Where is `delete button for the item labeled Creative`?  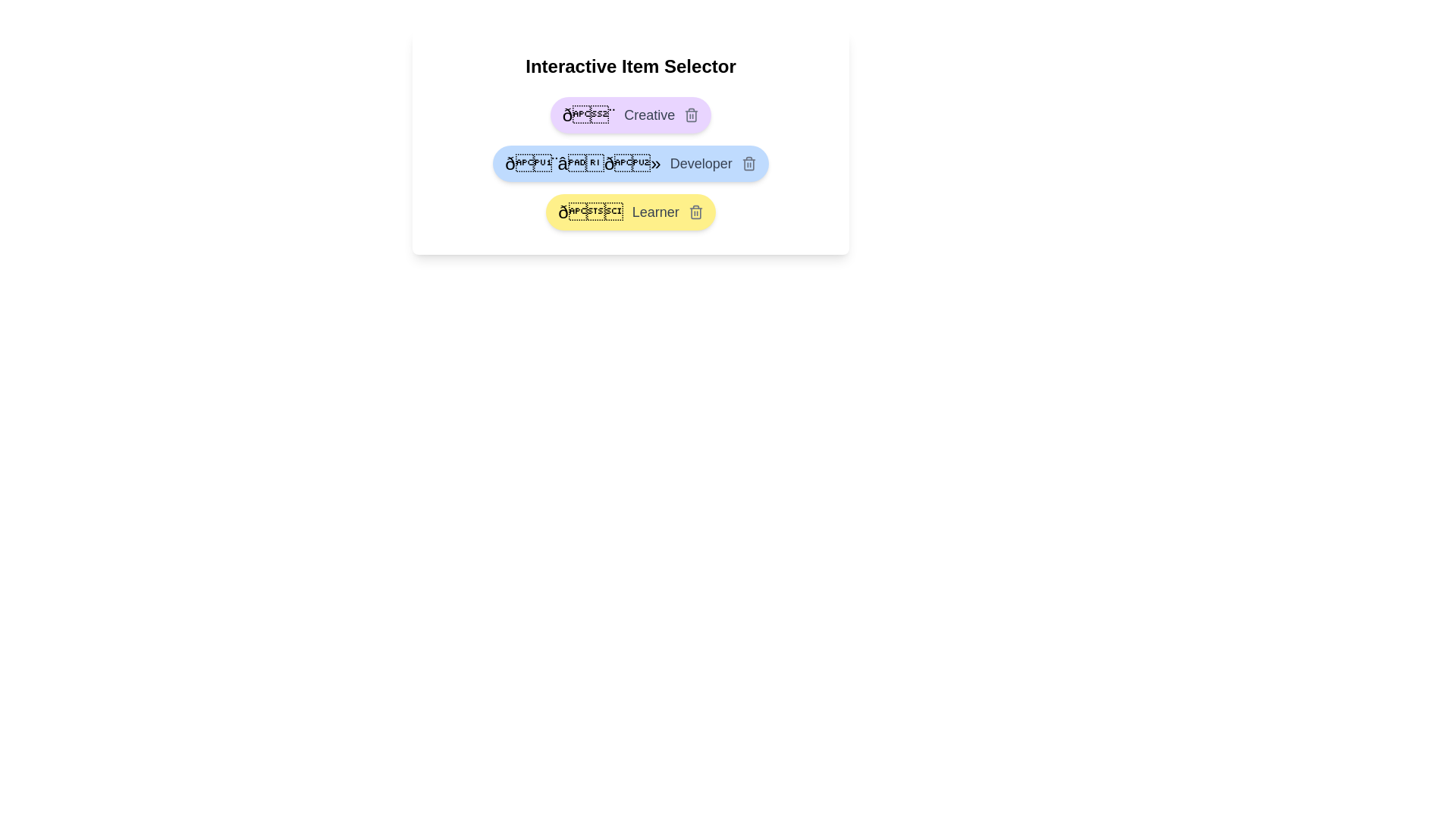 delete button for the item labeled Creative is located at coordinates (691, 114).